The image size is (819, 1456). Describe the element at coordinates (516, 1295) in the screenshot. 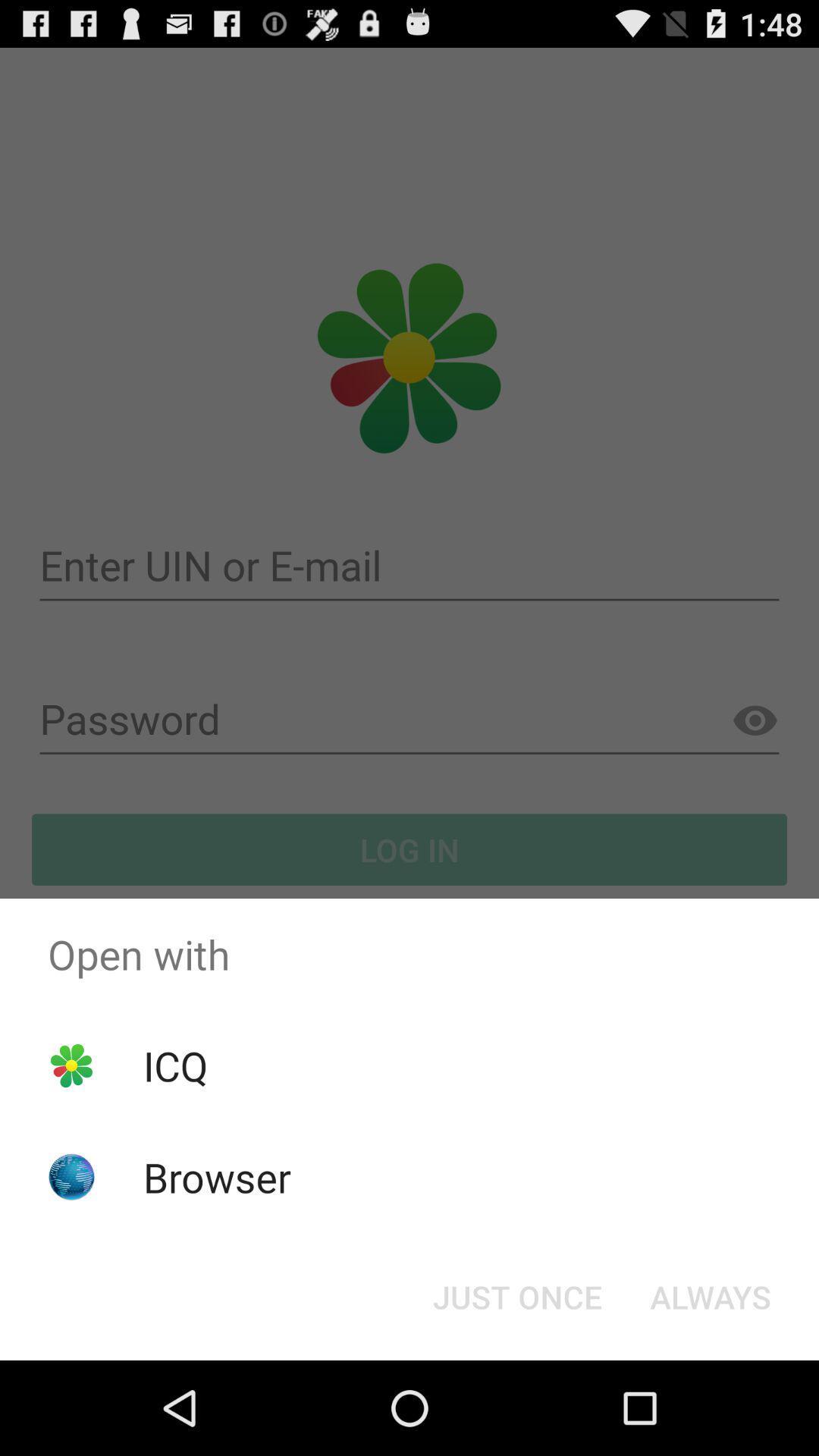

I see `the just once icon` at that location.